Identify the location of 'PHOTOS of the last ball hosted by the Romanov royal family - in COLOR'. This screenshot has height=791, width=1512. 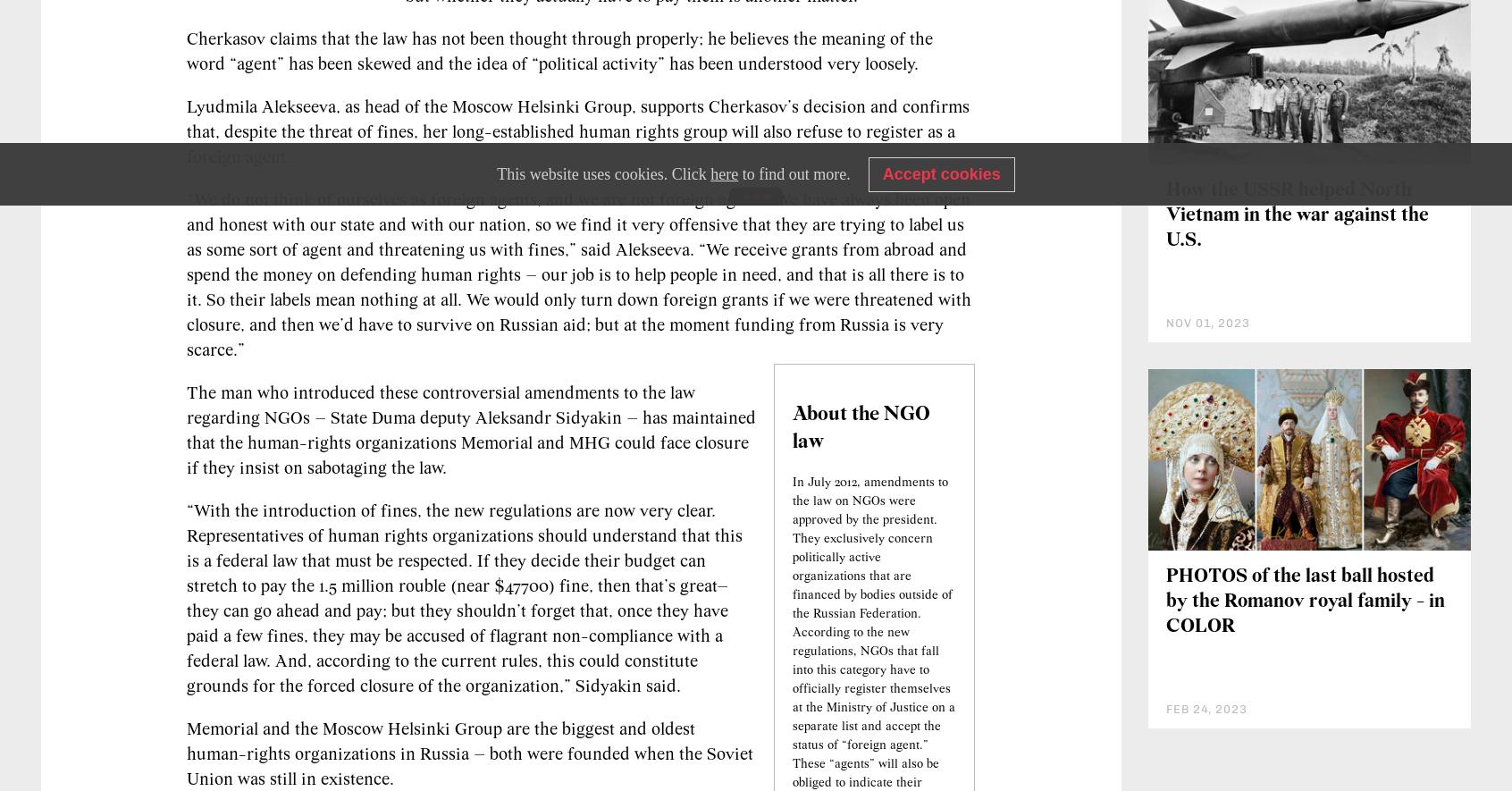
(1165, 708).